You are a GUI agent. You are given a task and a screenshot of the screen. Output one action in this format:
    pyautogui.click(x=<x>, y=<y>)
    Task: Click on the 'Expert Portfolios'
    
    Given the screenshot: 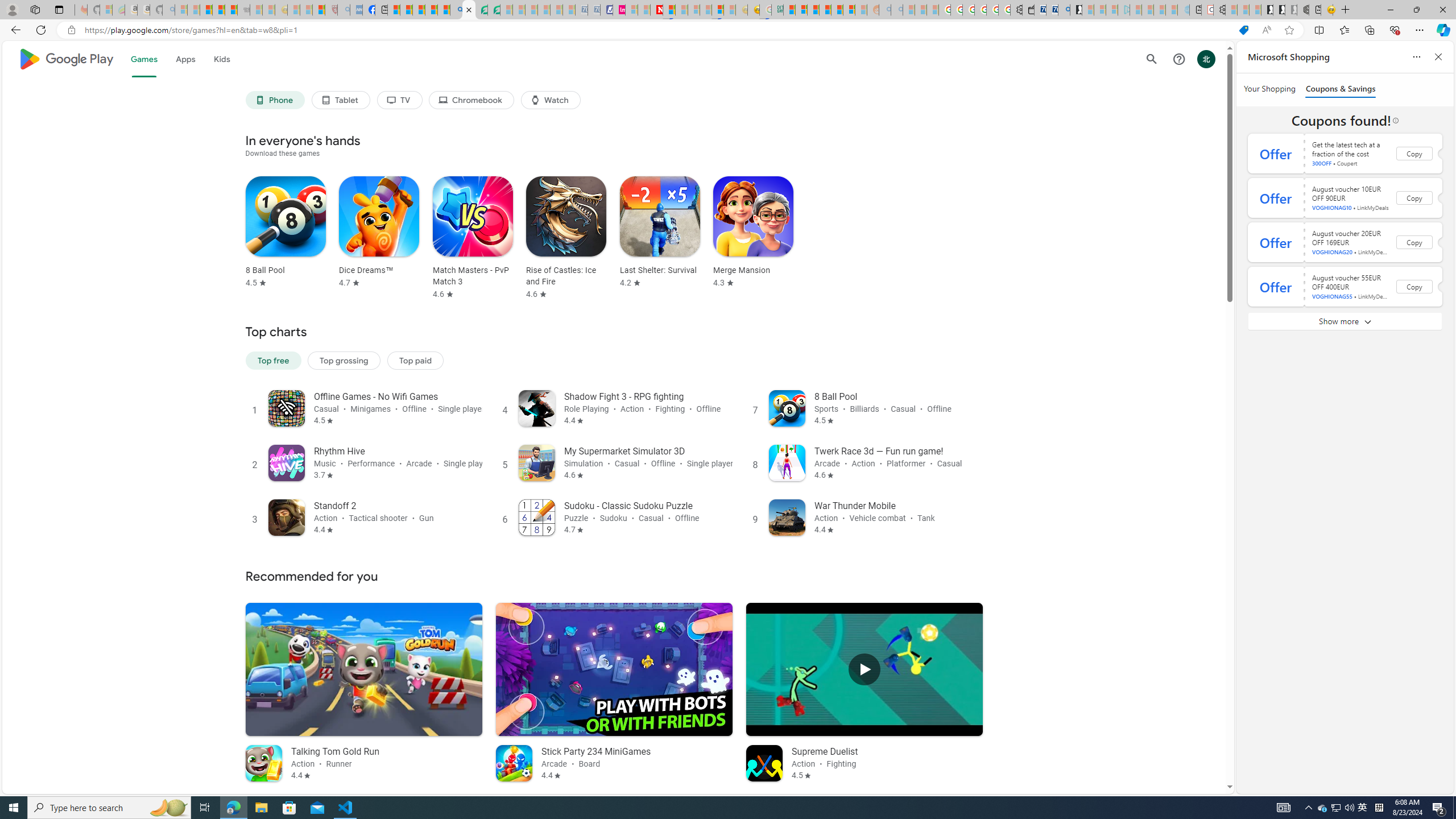 What is the action you would take?
    pyautogui.click(x=825, y=9)
    